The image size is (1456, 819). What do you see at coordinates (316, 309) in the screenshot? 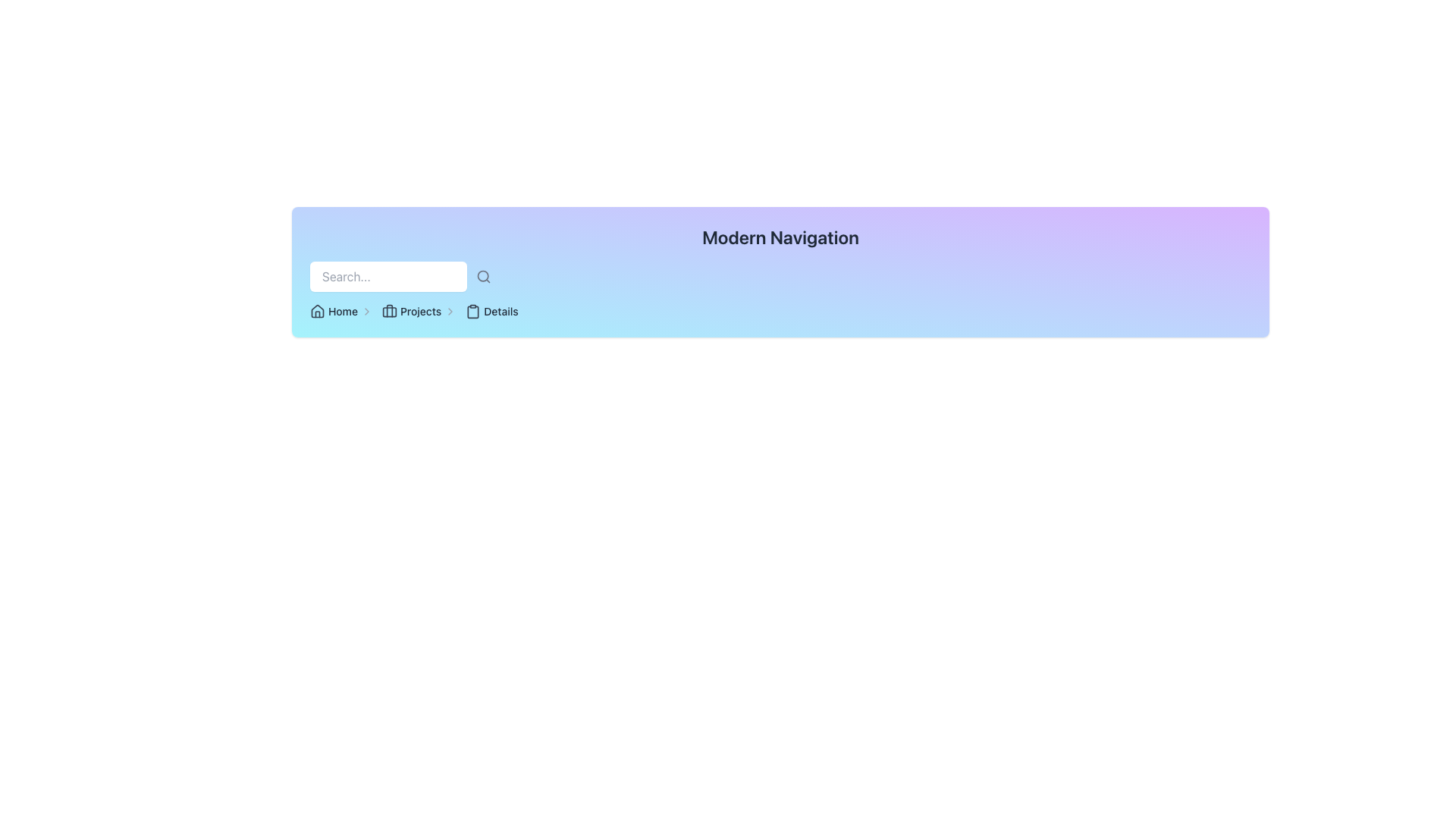
I see `the home-shaped icon located on the left side of the navigation bar` at bounding box center [316, 309].